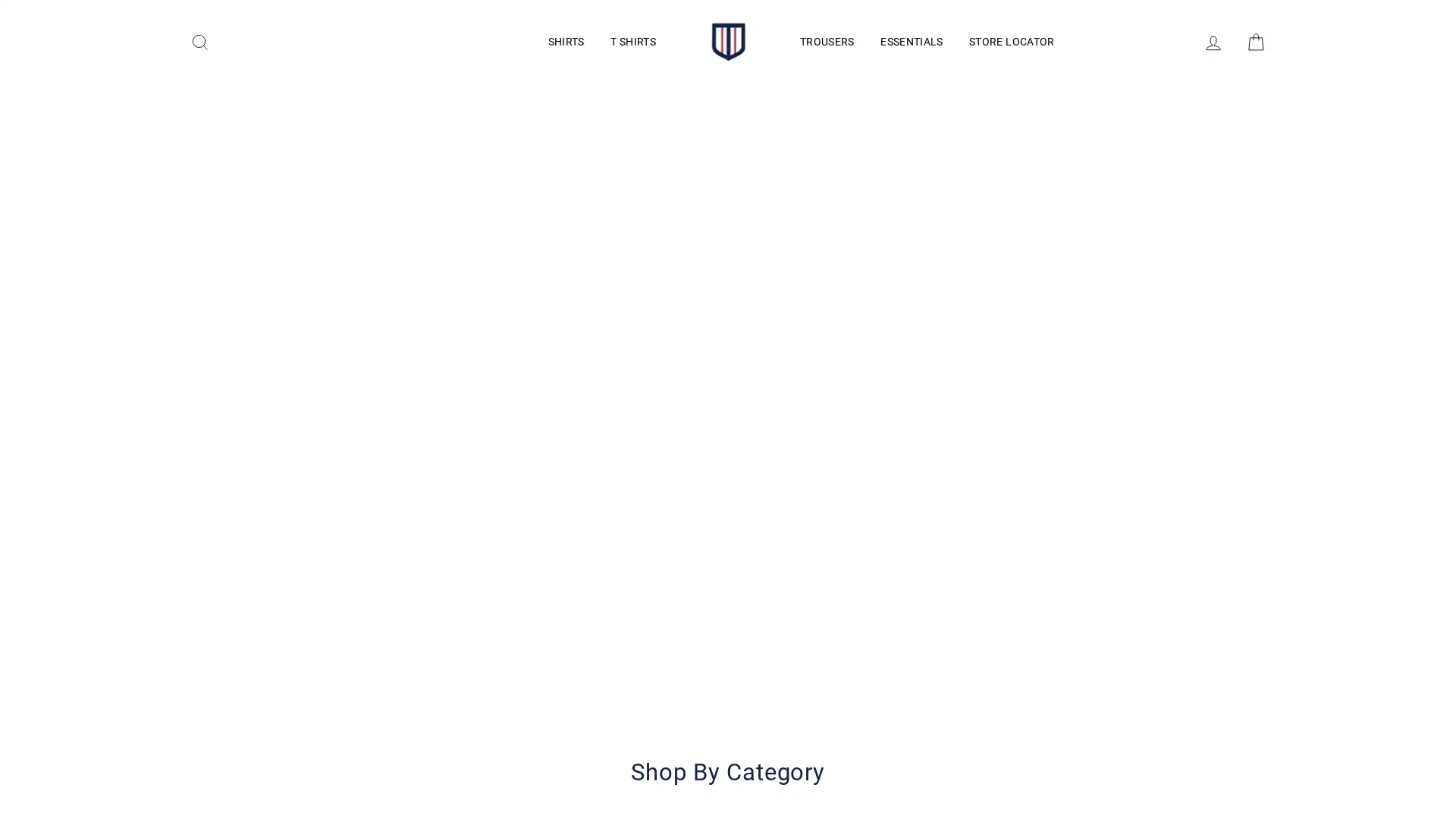  Describe the element at coordinates (607, 733) in the screenshot. I see `1` at that location.